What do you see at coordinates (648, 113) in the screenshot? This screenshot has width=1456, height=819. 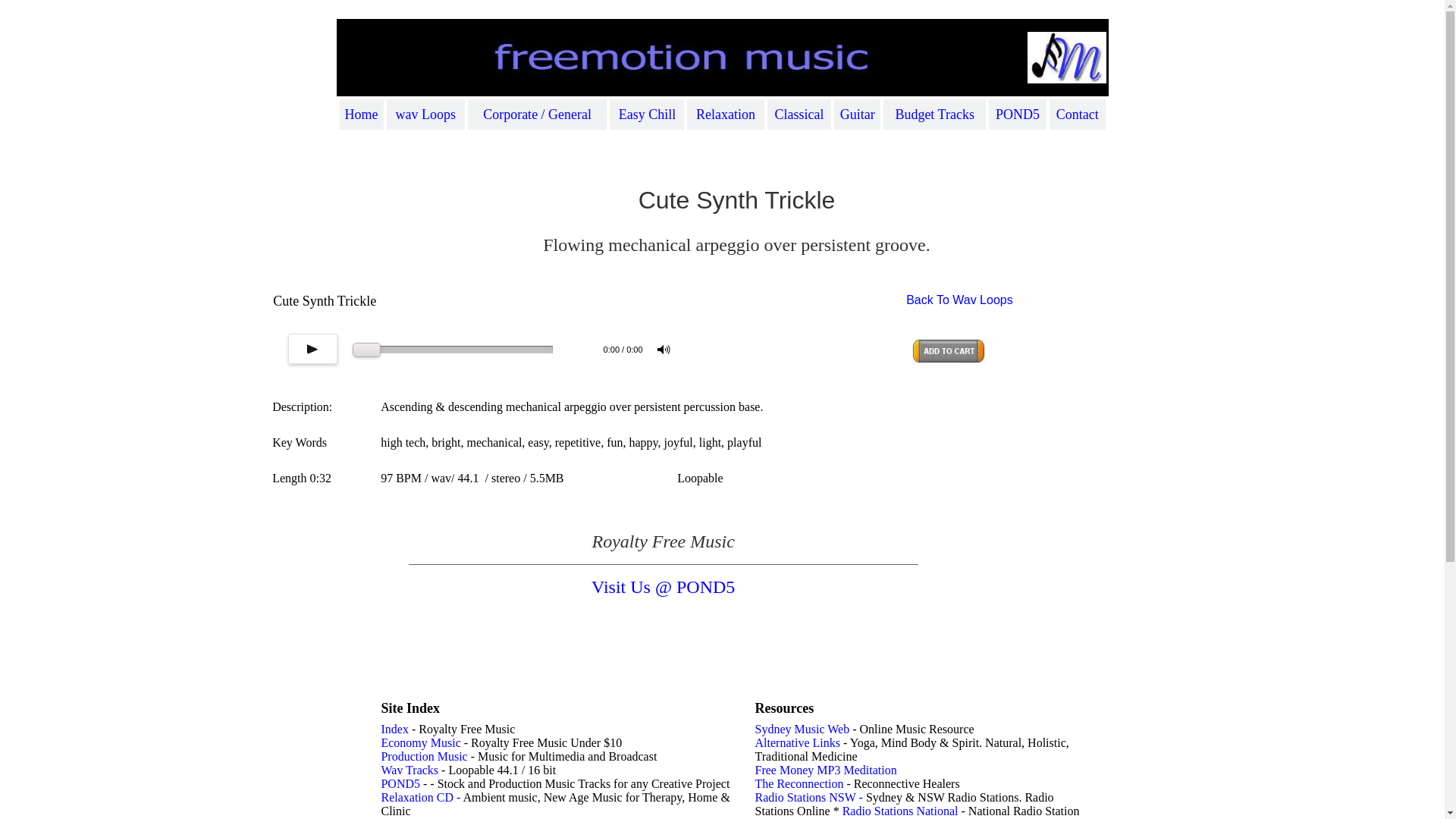 I see `'Easy Chill'` at bounding box center [648, 113].